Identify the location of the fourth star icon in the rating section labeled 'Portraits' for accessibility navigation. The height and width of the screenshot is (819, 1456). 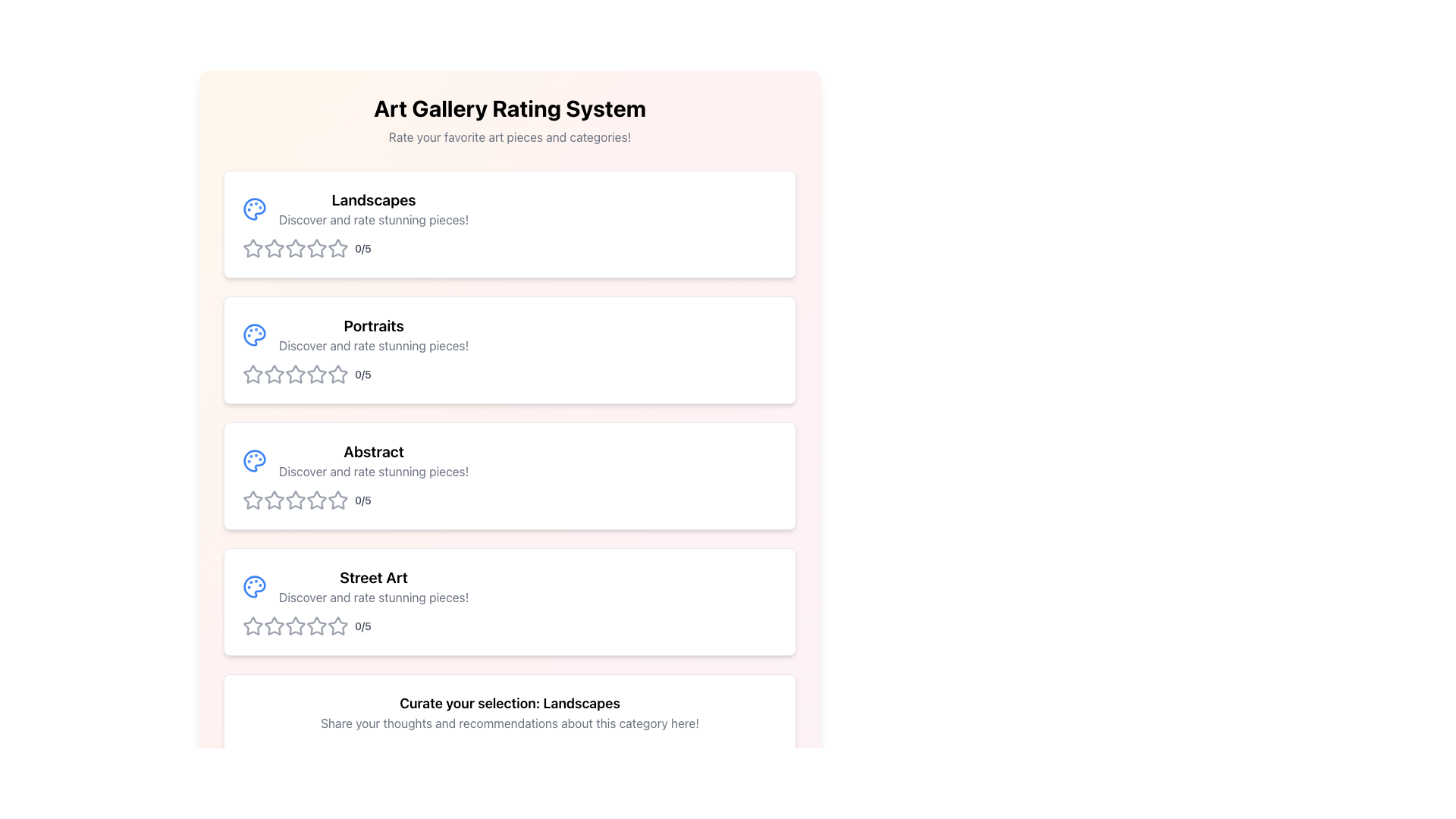
(295, 374).